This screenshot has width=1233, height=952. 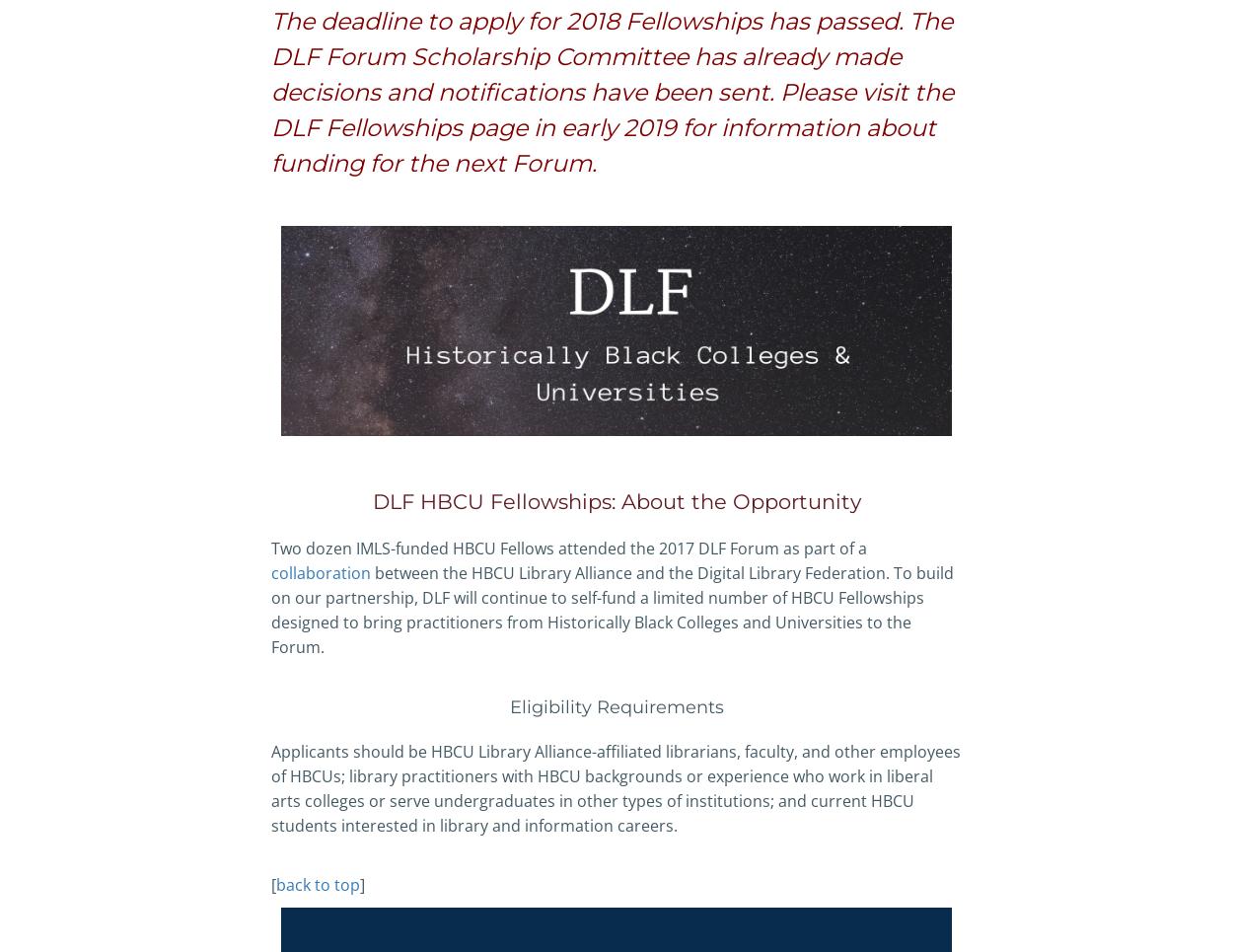 What do you see at coordinates (320, 573) in the screenshot?
I see `'collaboration'` at bounding box center [320, 573].